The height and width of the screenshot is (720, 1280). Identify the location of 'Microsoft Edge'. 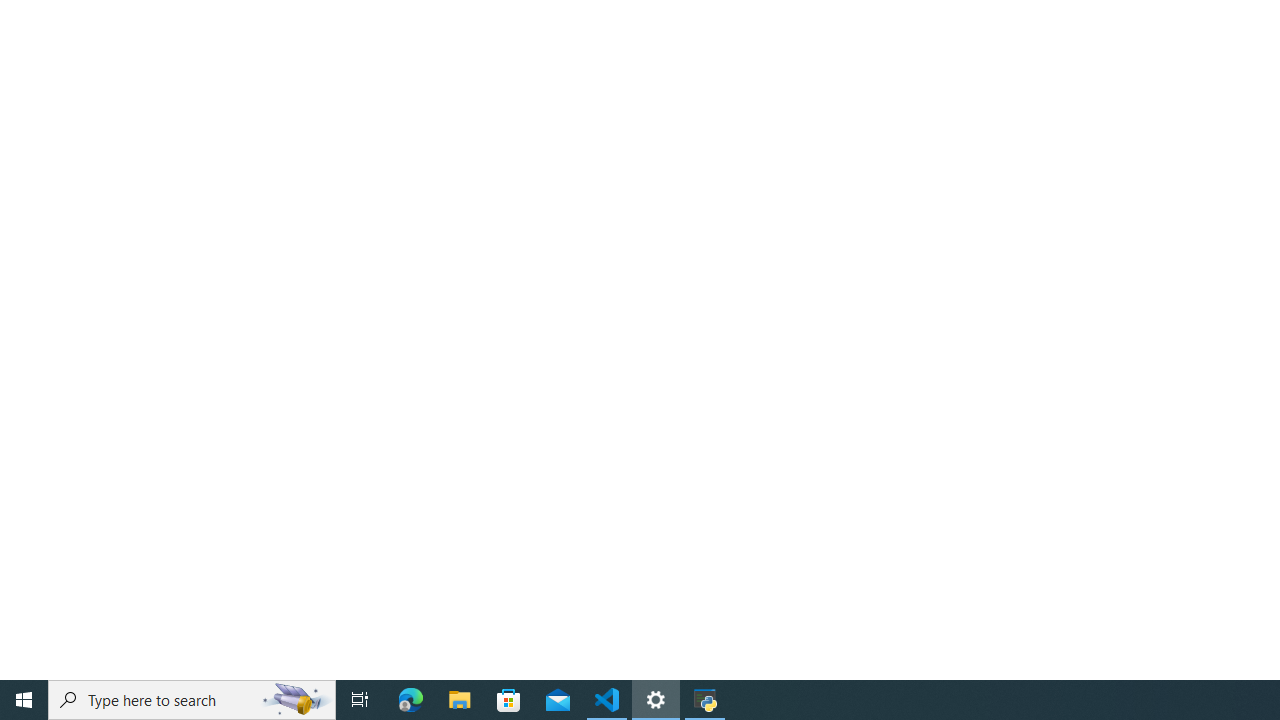
(410, 698).